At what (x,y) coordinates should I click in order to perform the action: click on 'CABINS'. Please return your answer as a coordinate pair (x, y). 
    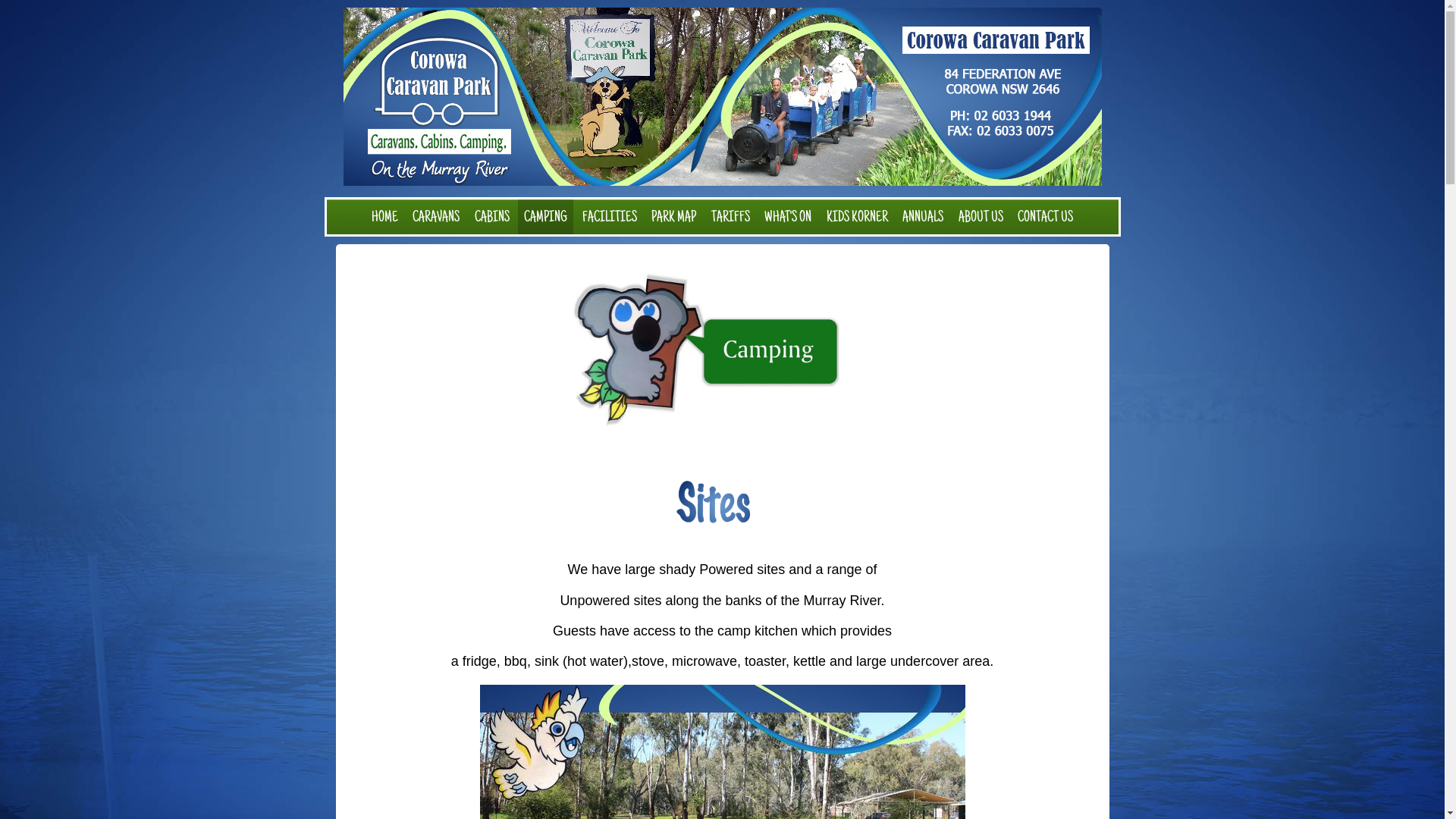
    Looking at the image, I should click on (491, 217).